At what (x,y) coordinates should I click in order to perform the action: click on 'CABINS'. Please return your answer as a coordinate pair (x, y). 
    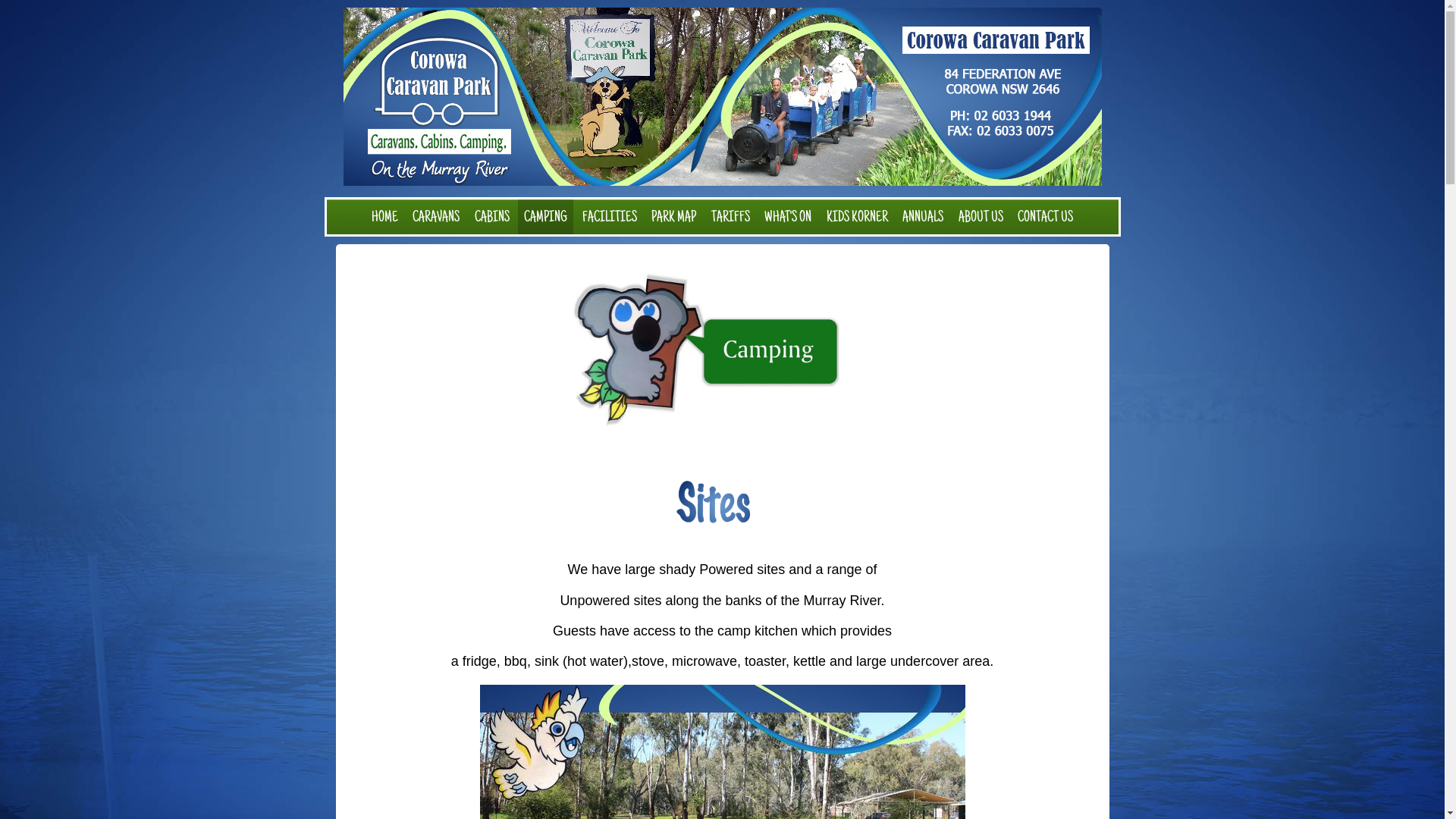
    Looking at the image, I should click on (491, 217).